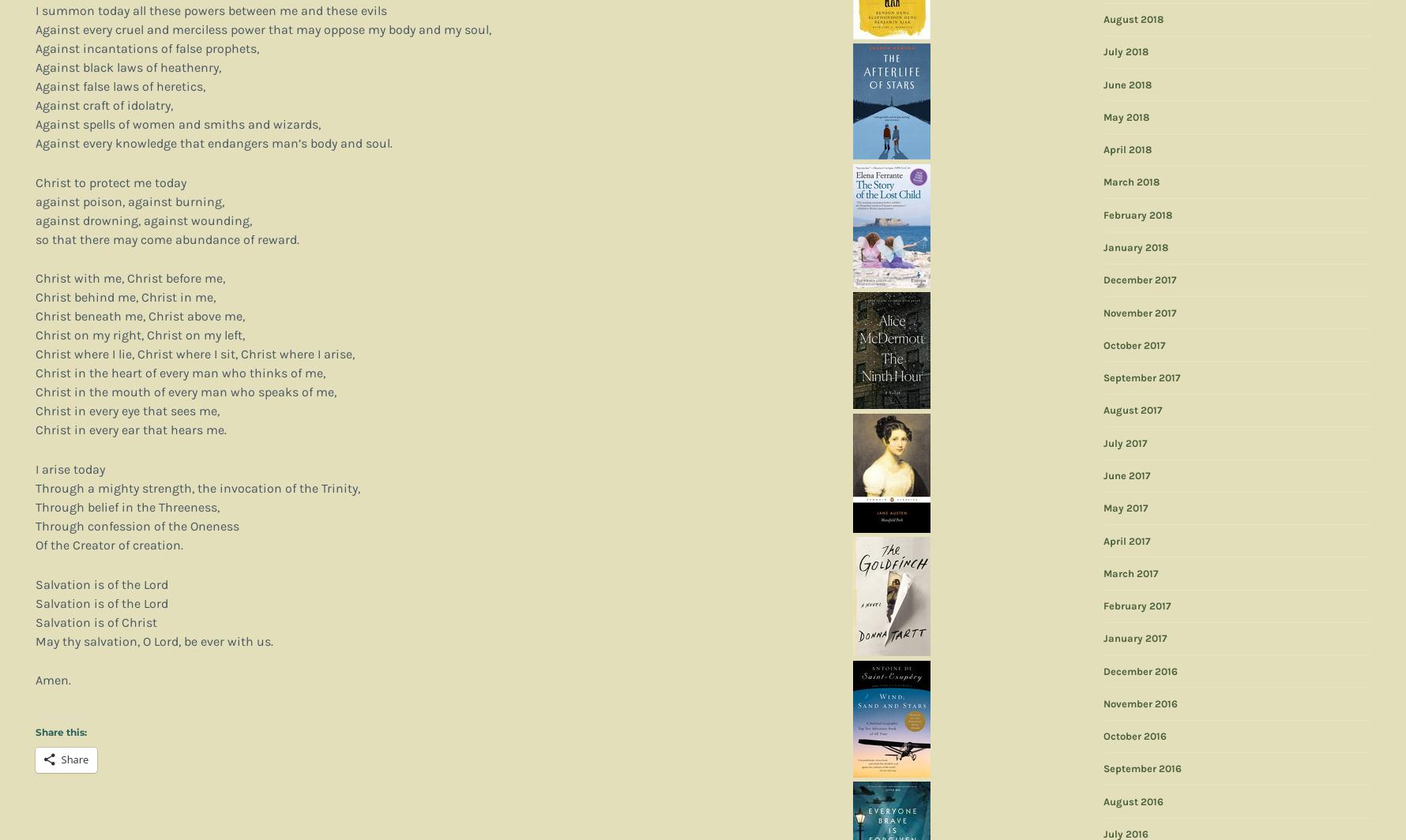  What do you see at coordinates (1141, 377) in the screenshot?
I see `'September 2017'` at bounding box center [1141, 377].